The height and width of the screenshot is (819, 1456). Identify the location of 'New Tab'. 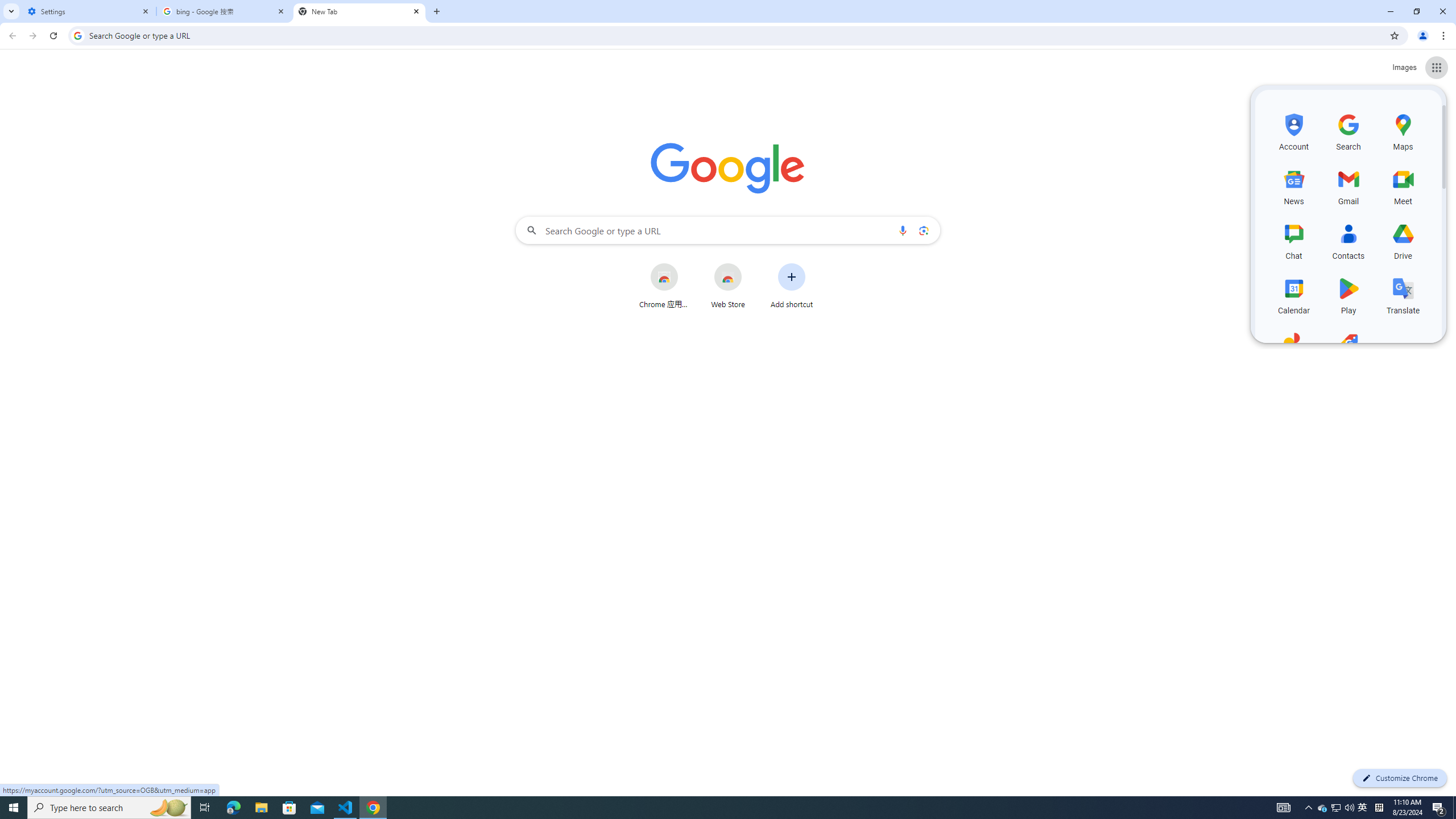
(359, 11).